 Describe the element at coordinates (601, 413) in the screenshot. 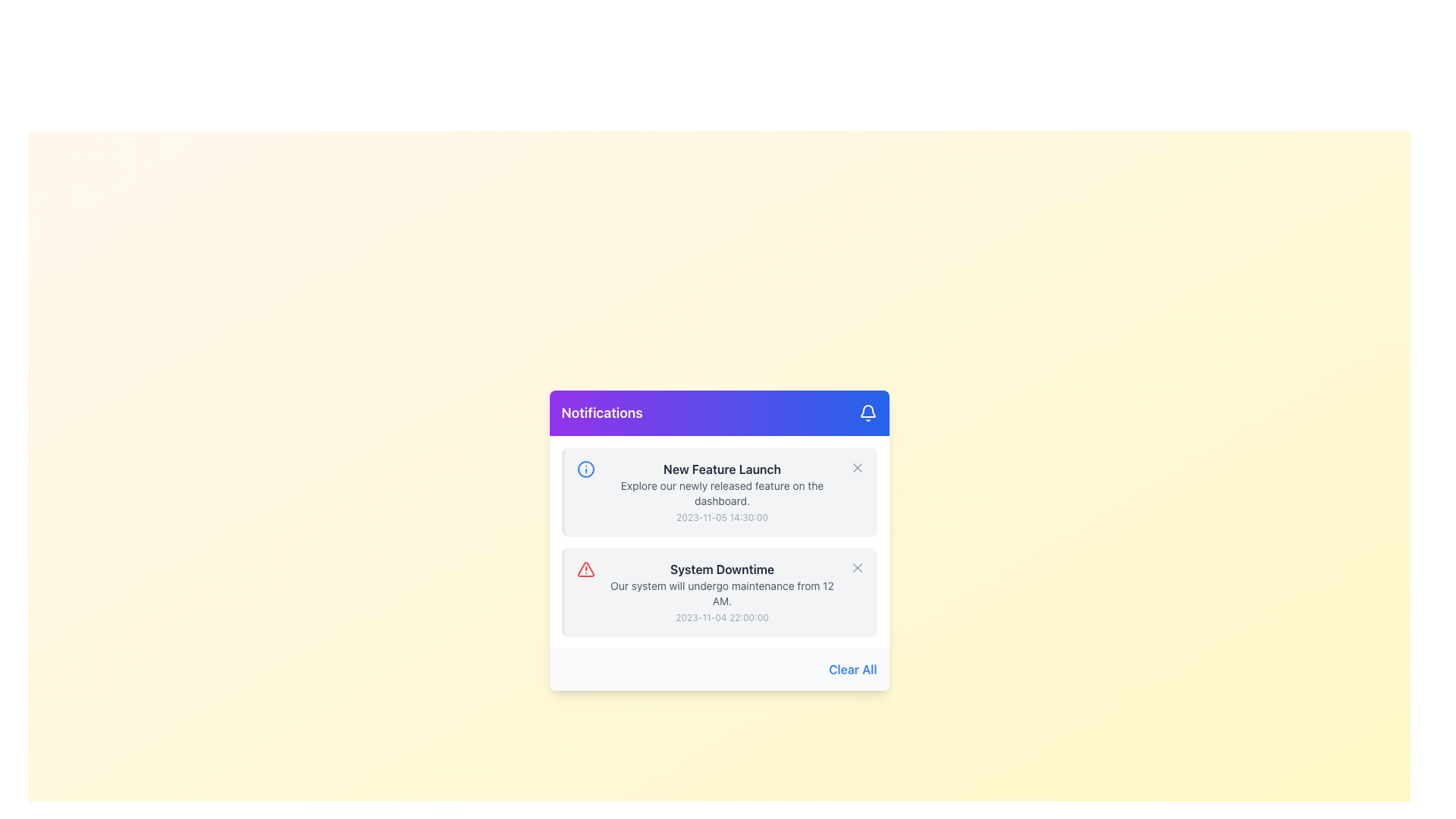

I see `the static text label that serves as the title for the notification section, located at the upper-left corner of the notification card's top bar` at that location.